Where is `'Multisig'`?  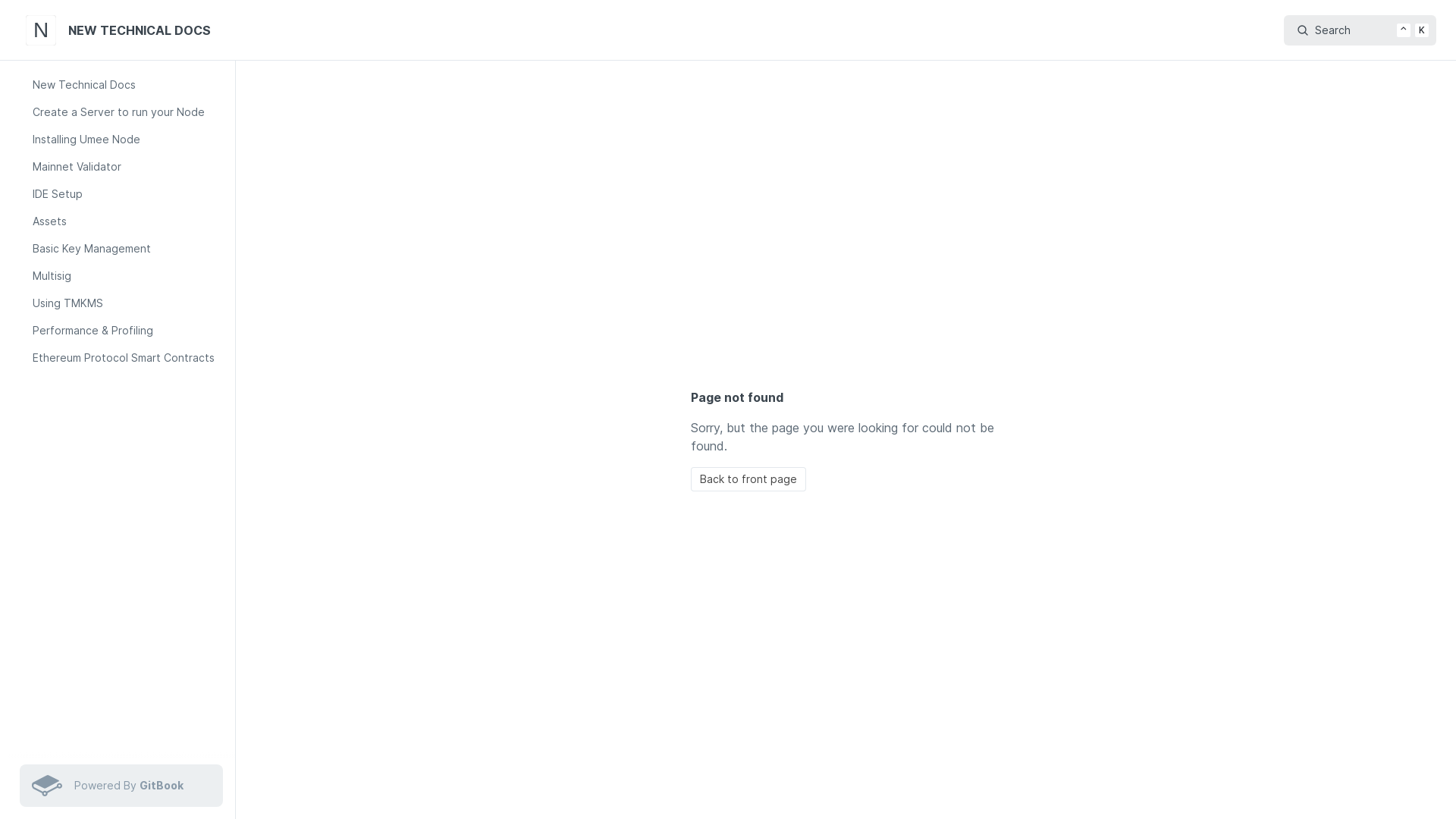
'Multisig' is located at coordinates (25, 275).